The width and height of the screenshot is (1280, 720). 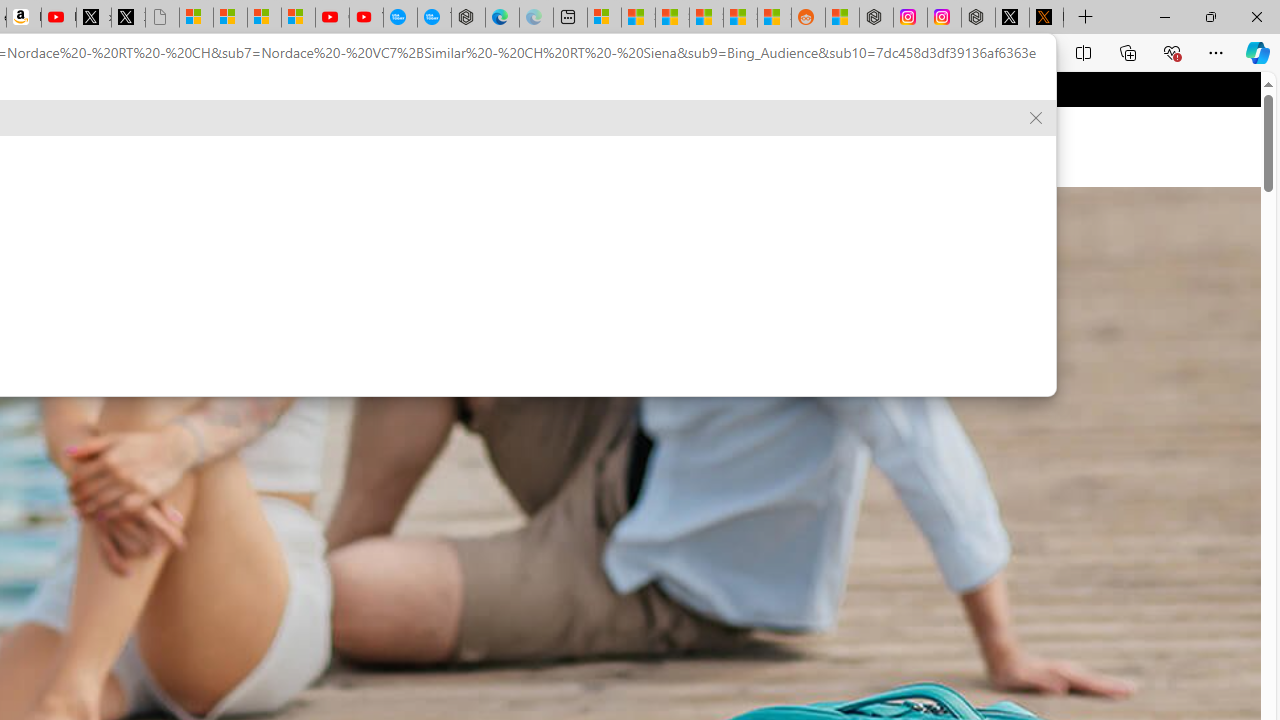 What do you see at coordinates (1171, 51) in the screenshot?
I see `'Browser essentials'` at bounding box center [1171, 51].